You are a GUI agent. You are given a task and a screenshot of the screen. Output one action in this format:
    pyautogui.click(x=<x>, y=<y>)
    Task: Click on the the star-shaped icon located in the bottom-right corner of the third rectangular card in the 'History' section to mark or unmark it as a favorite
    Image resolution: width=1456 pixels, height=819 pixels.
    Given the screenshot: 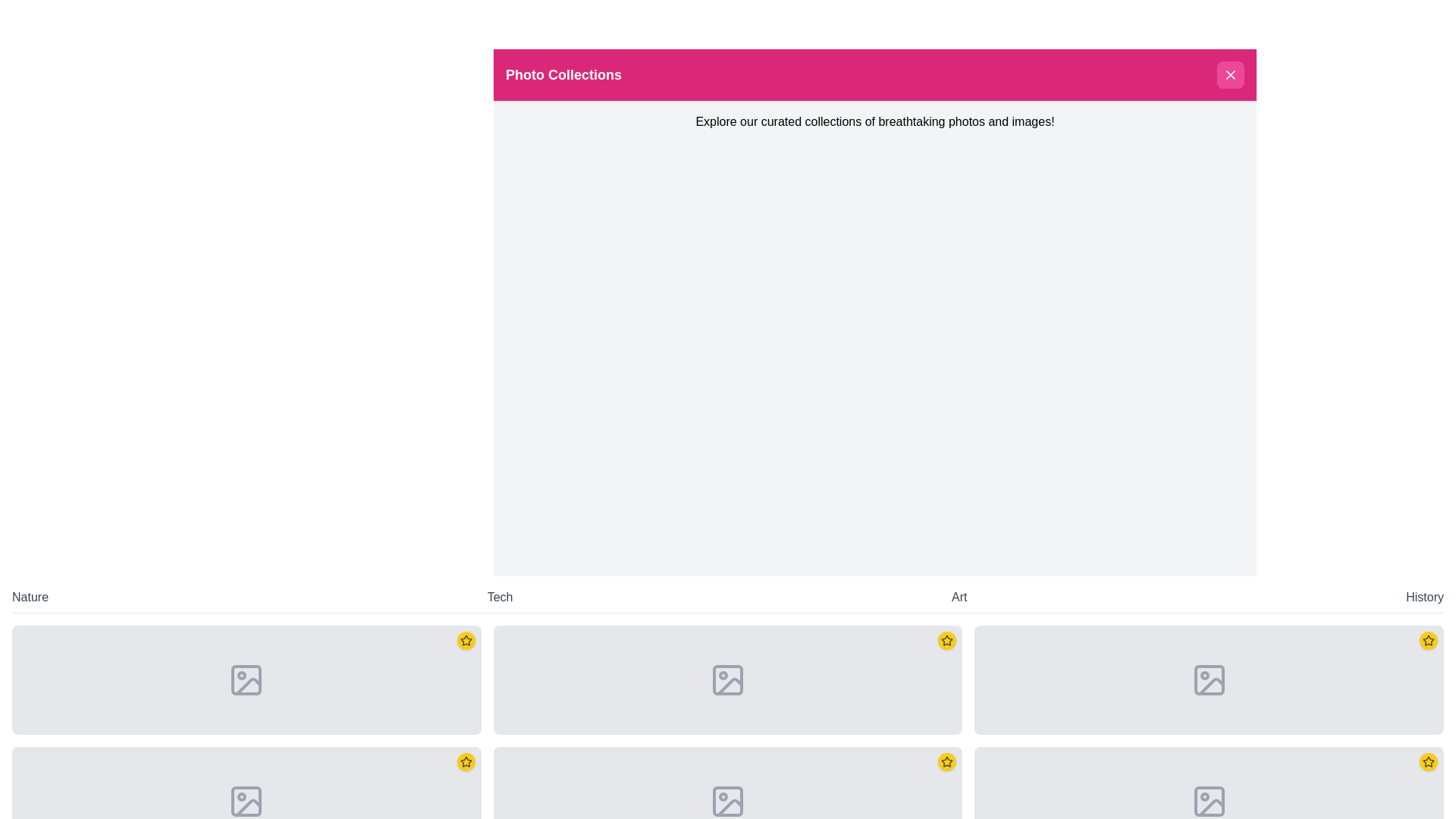 What is the action you would take?
    pyautogui.click(x=1427, y=640)
    